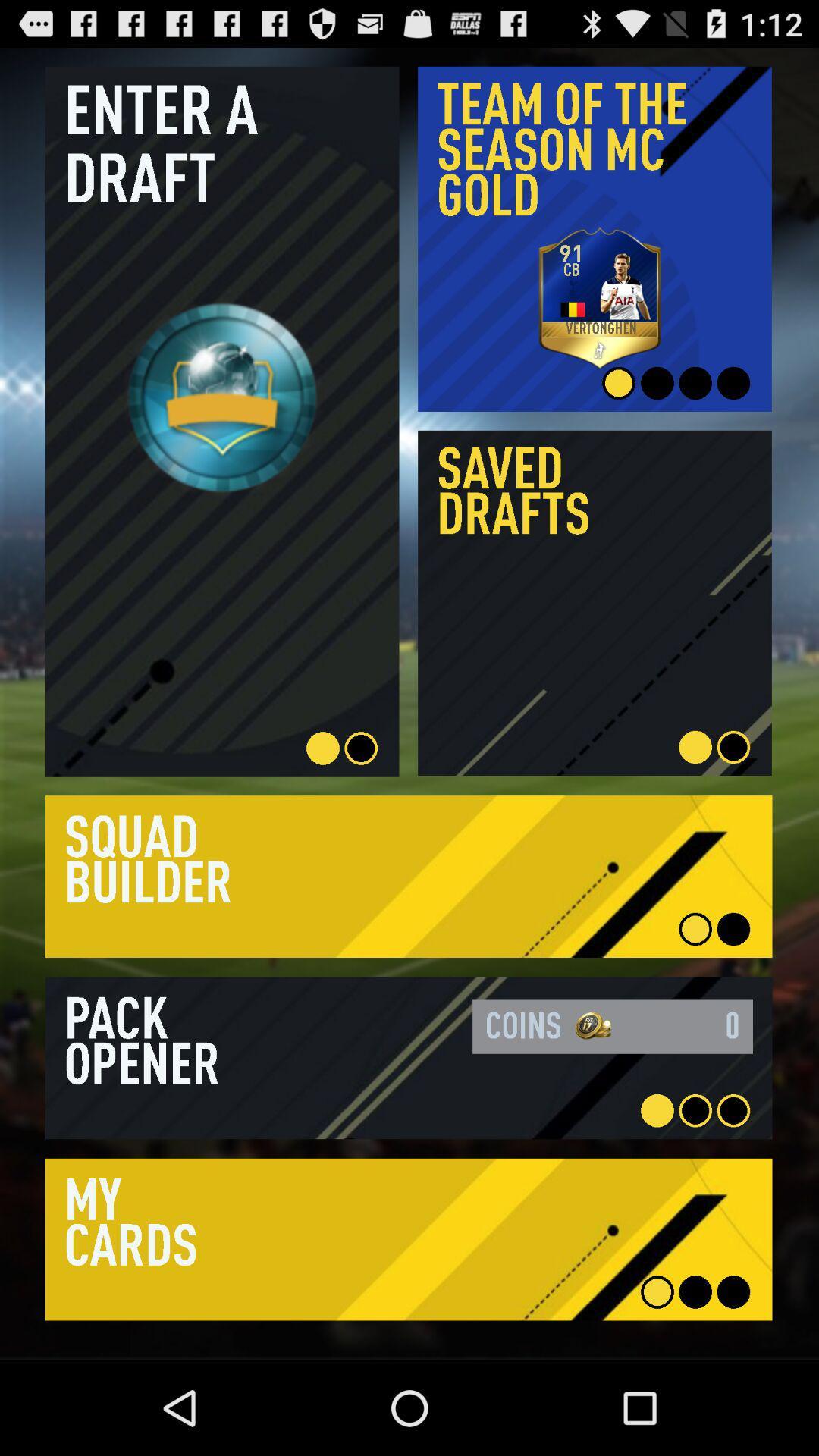 This screenshot has width=819, height=1456. I want to click on saved drafts, so click(594, 602).